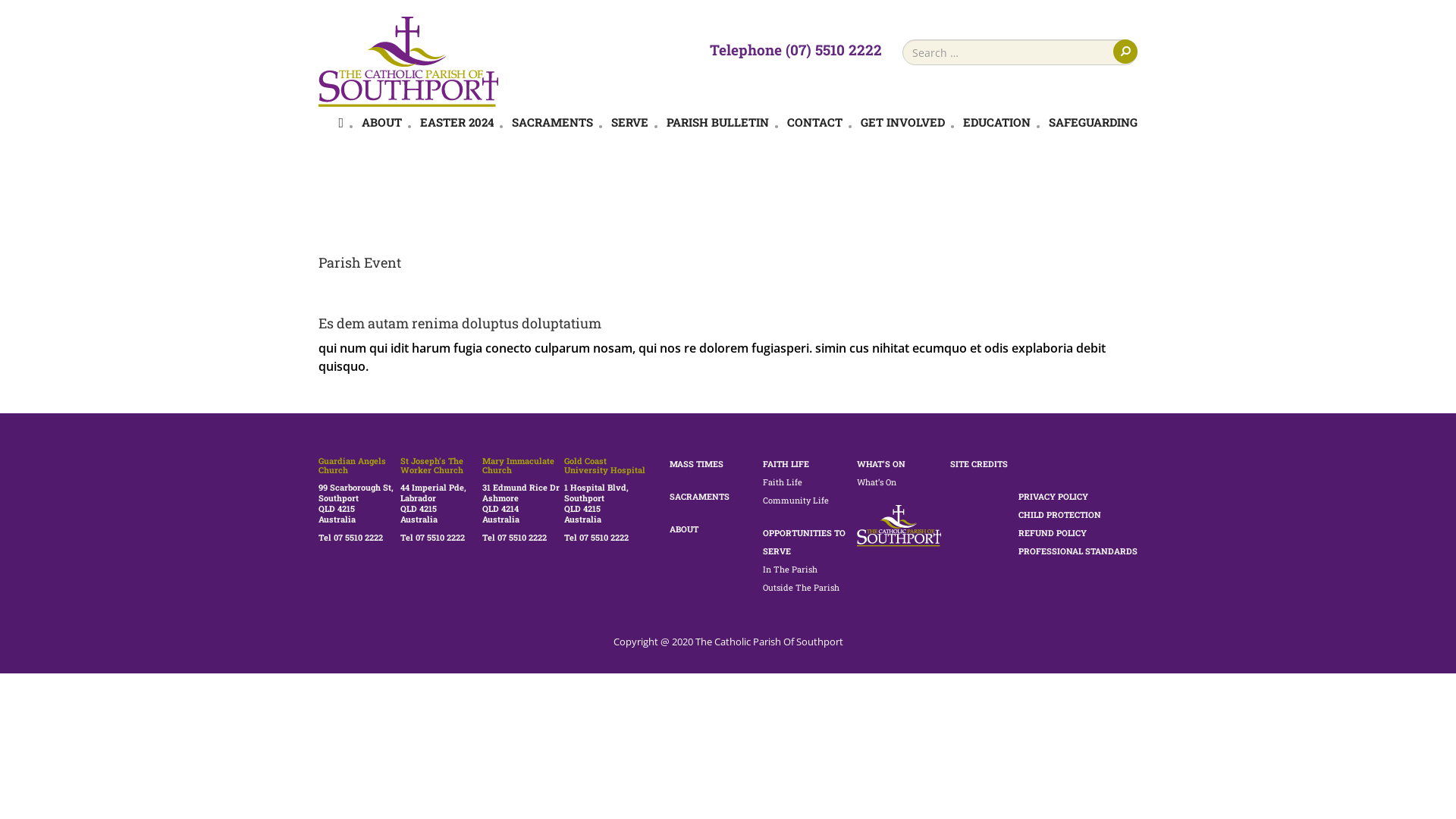 This screenshot has height=819, width=1456. What do you see at coordinates (979, 463) in the screenshot?
I see `'SITE CREDITS'` at bounding box center [979, 463].